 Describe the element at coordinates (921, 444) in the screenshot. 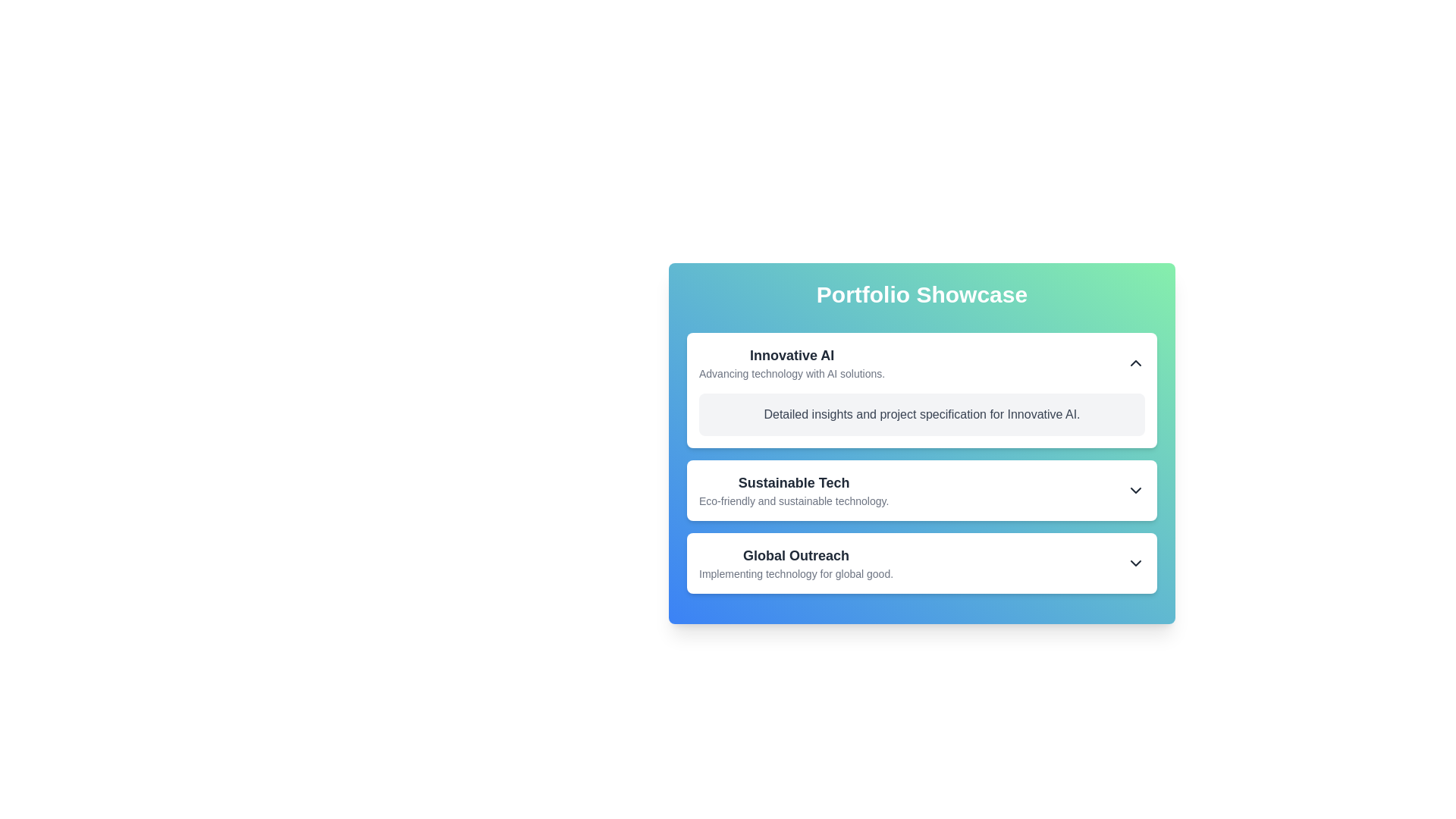

I see `the dropdown icon of the 'Innovative AI' card within the 'Portfolio Showcase' section to toggle the information display` at that location.